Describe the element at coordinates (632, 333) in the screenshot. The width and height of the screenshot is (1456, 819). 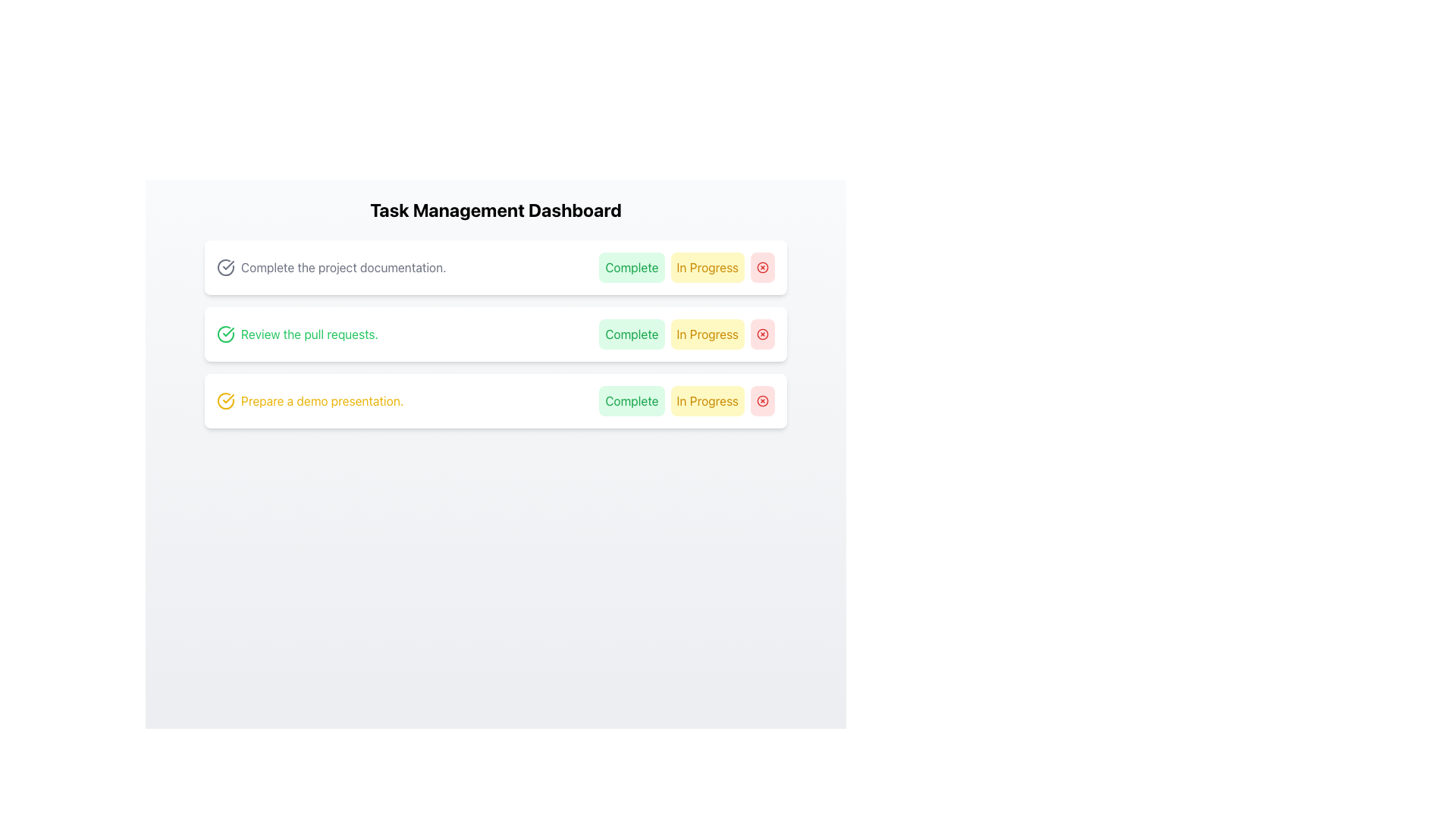
I see `the first button in the second task block on the 'Task Management Dashboard' to mark the associated task as completed` at that location.